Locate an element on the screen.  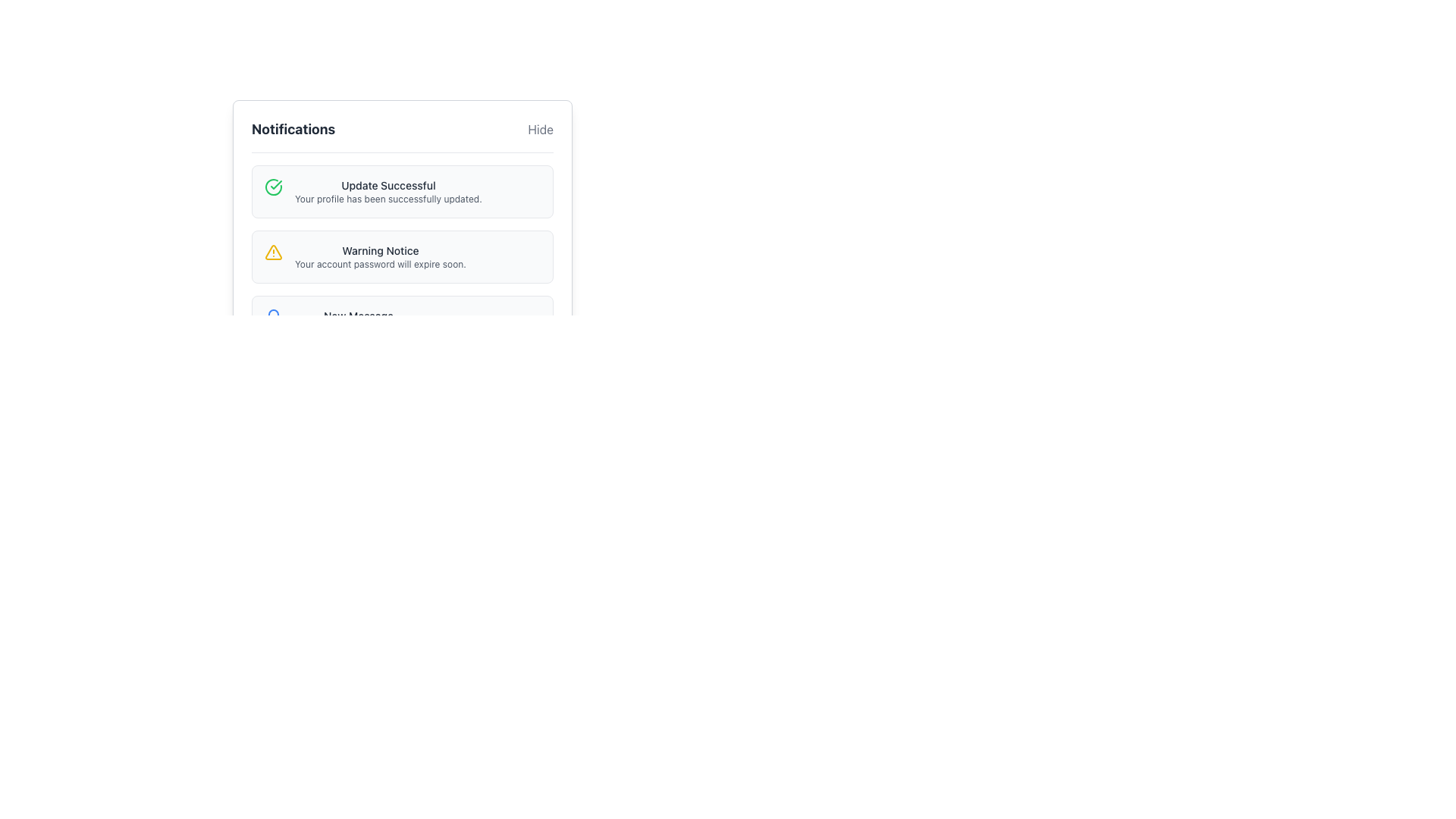
the success icon located in the notification panel within the 'Update Successful' notification box, positioned to the left of the text content is located at coordinates (273, 186).